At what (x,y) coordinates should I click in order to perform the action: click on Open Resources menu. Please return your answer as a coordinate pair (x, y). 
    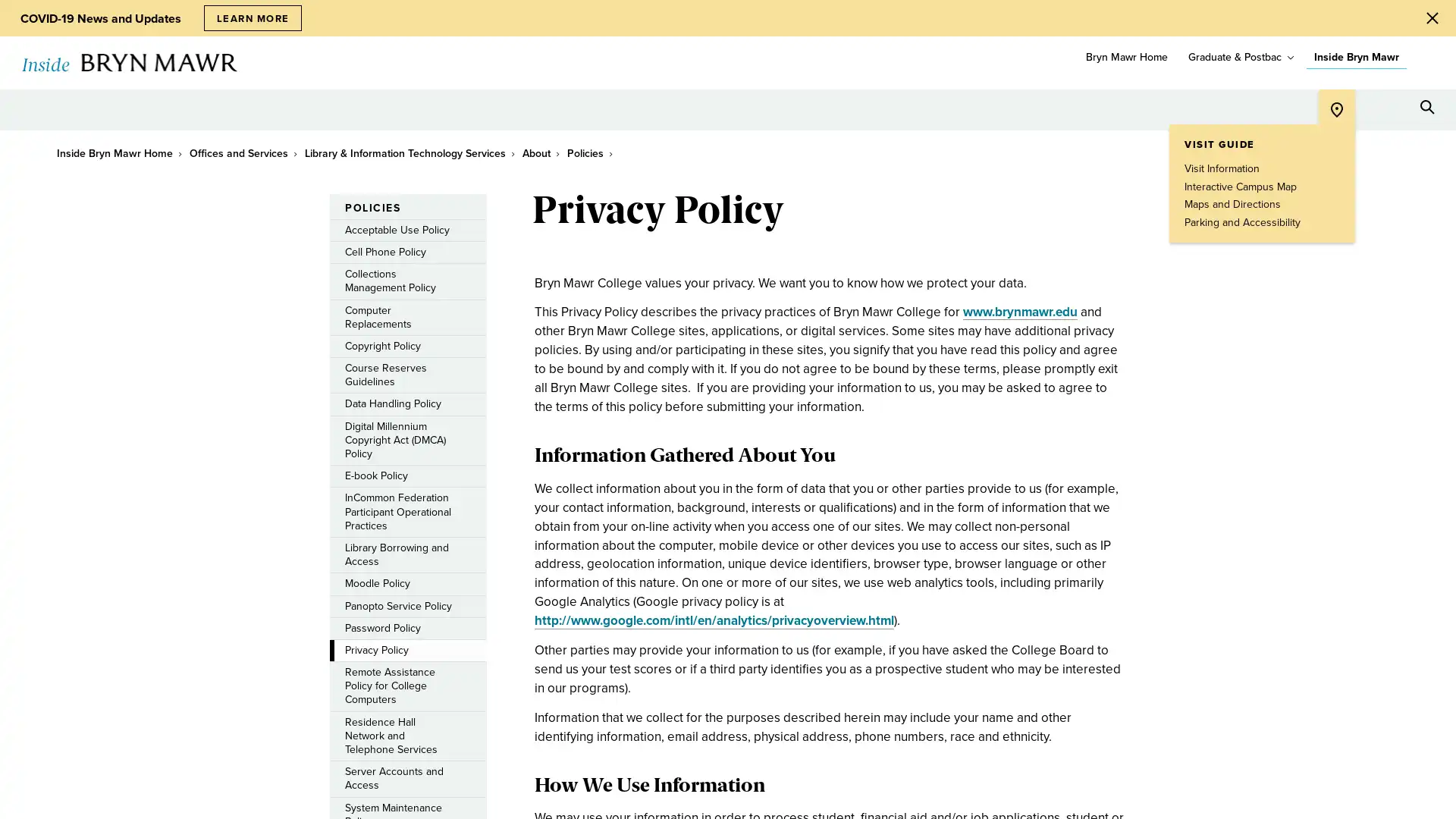
    Looking at the image, I should click on (1388, 105).